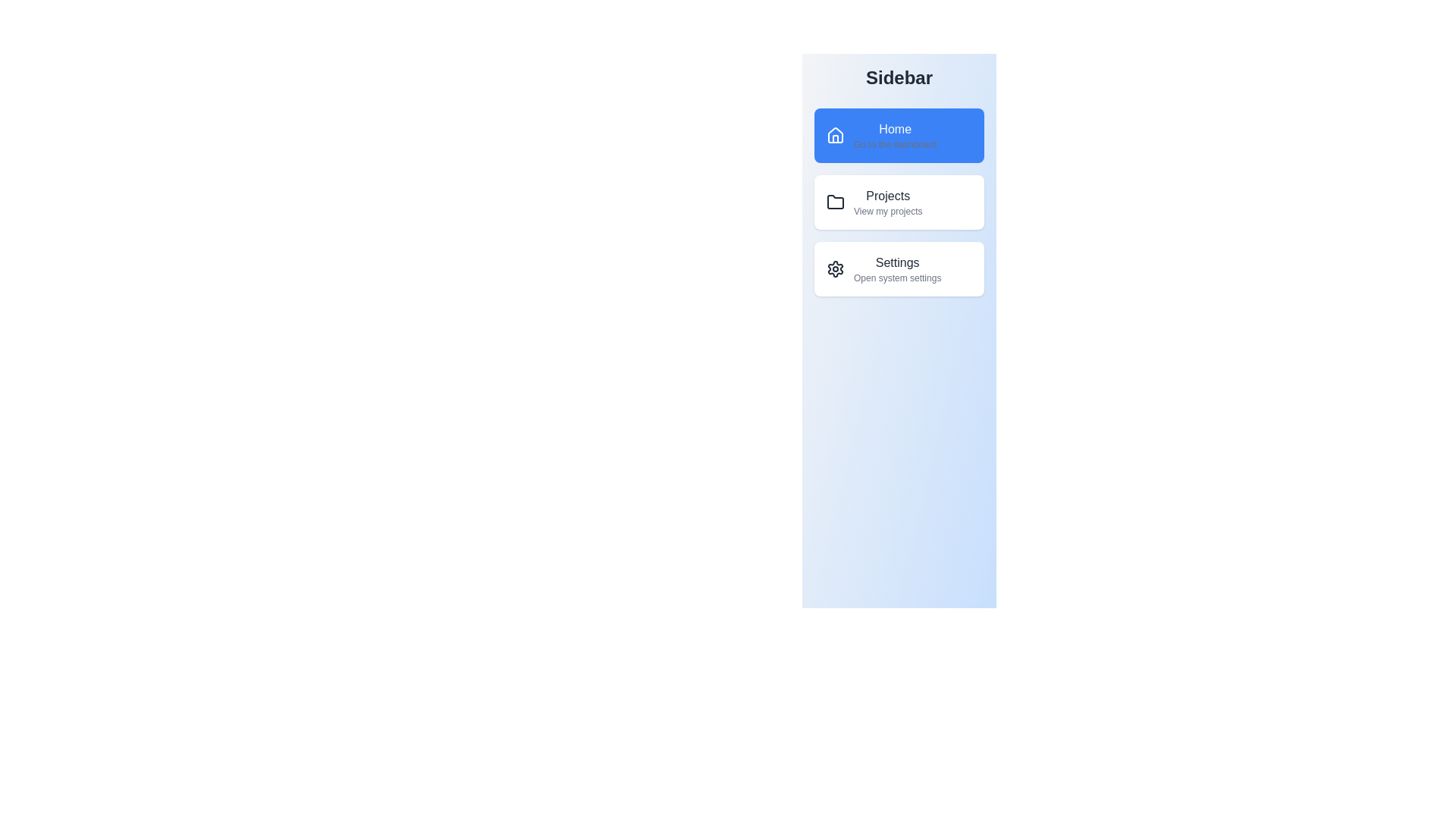  I want to click on the Settings tab in the sidebar, so click(899, 268).